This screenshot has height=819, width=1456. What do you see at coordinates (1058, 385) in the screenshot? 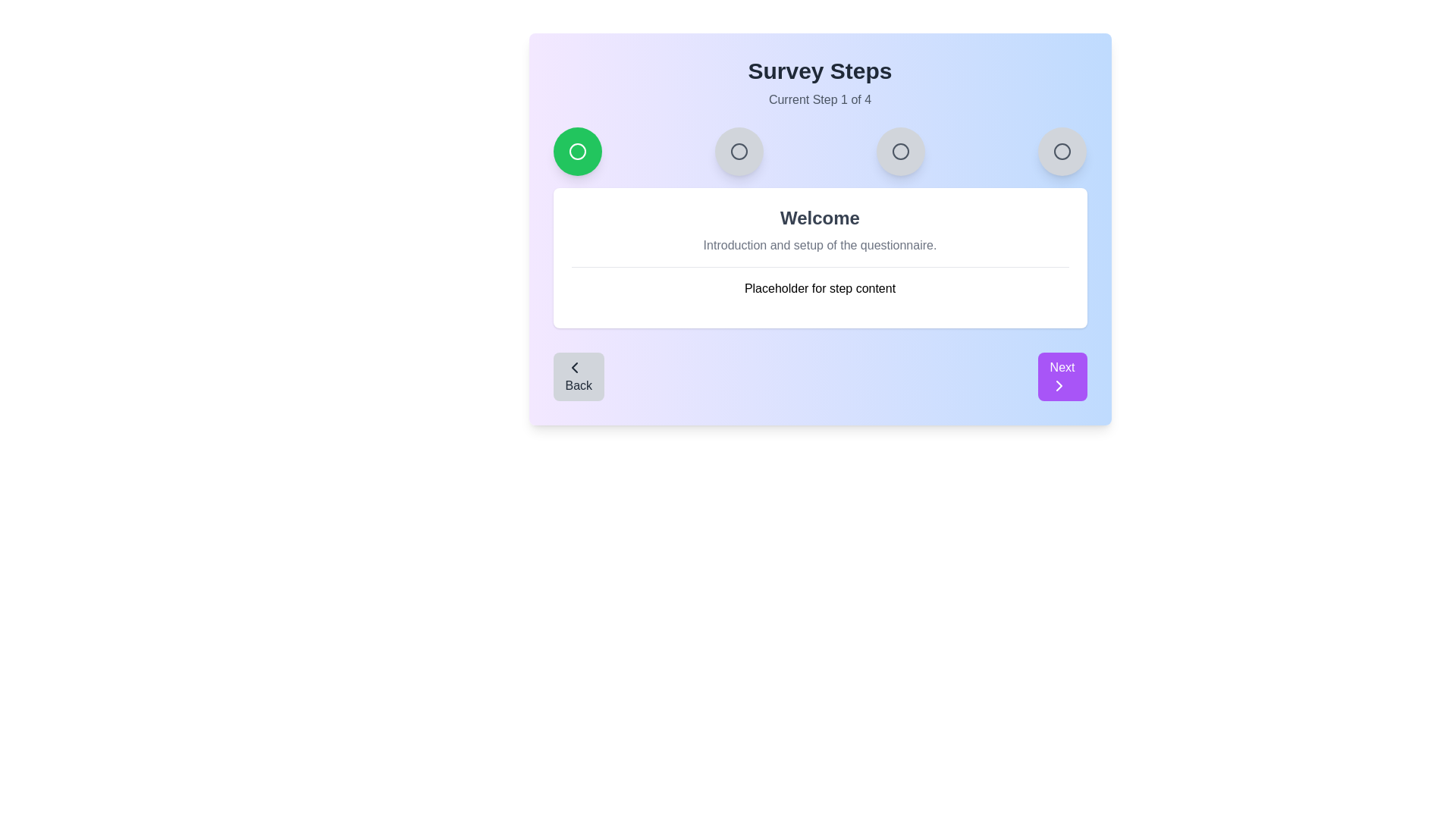
I see `the rightward chevron arrow icon located within the 'Next' button, which has a purple background and white text` at bounding box center [1058, 385].